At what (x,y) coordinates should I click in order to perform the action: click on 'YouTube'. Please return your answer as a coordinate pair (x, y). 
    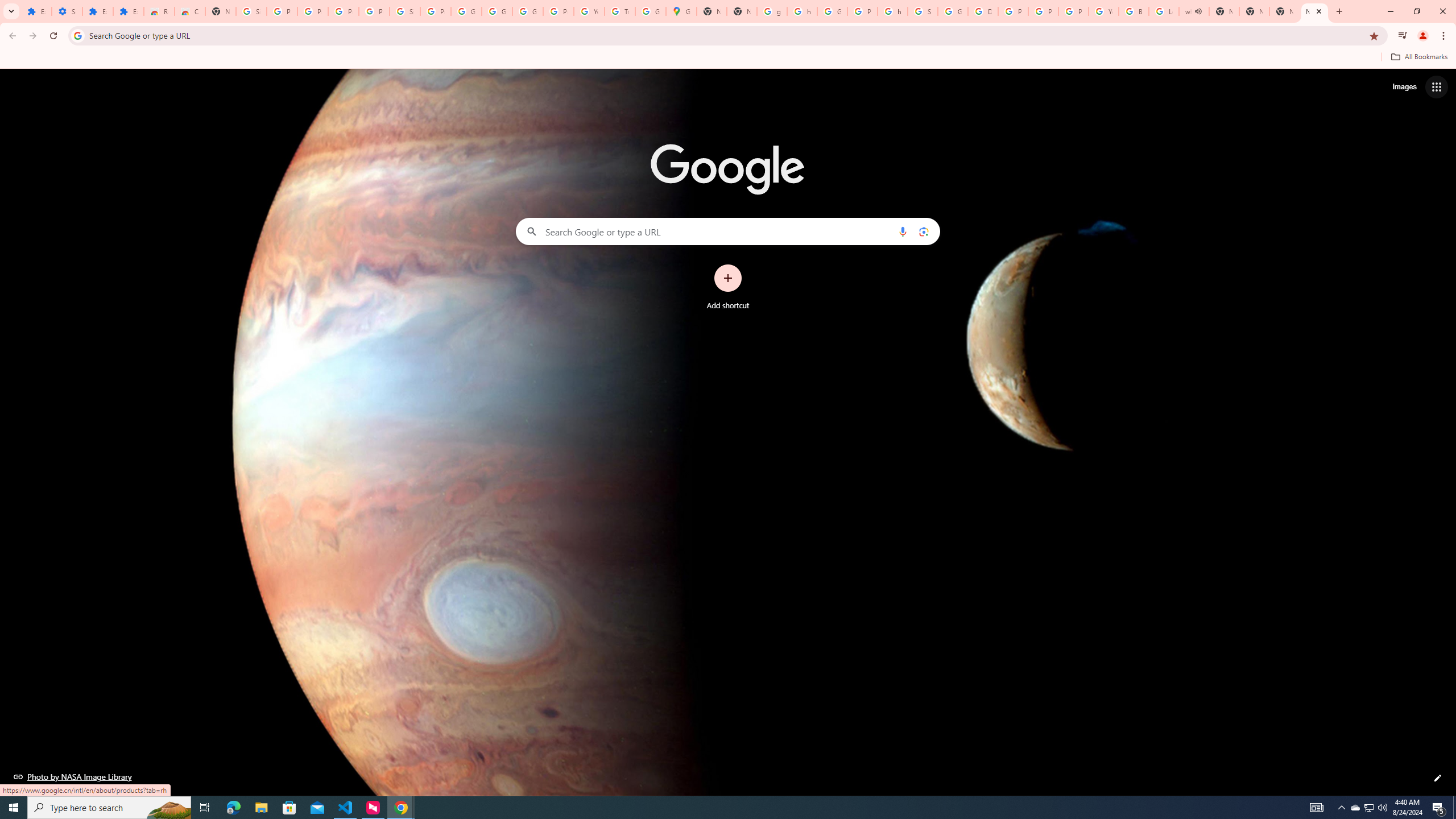
    Looking at the image, I should click on (589, 11).